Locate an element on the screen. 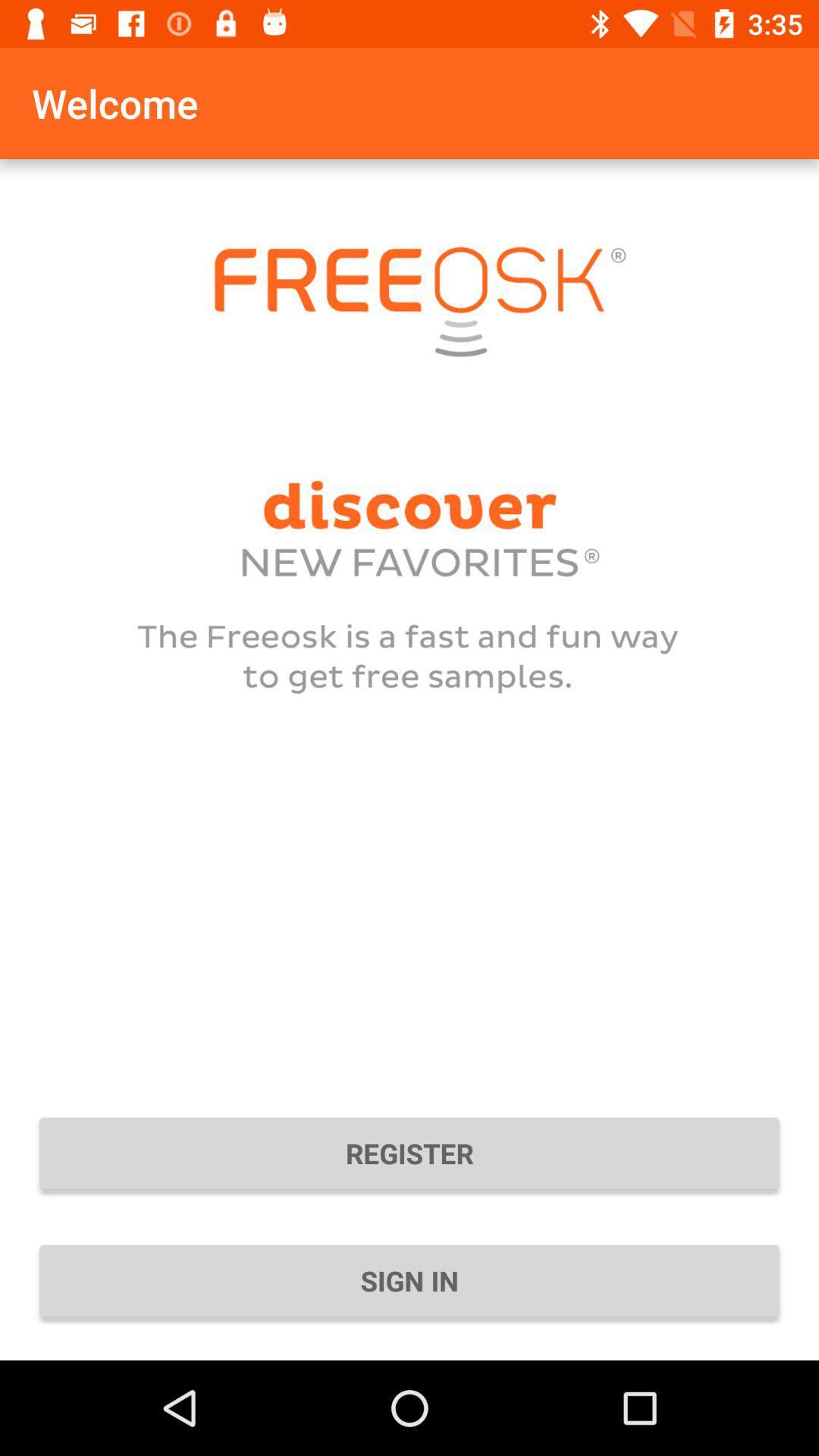 This screenshot has height=1456, width=819. sign in is located at coordinates (409, 1280).